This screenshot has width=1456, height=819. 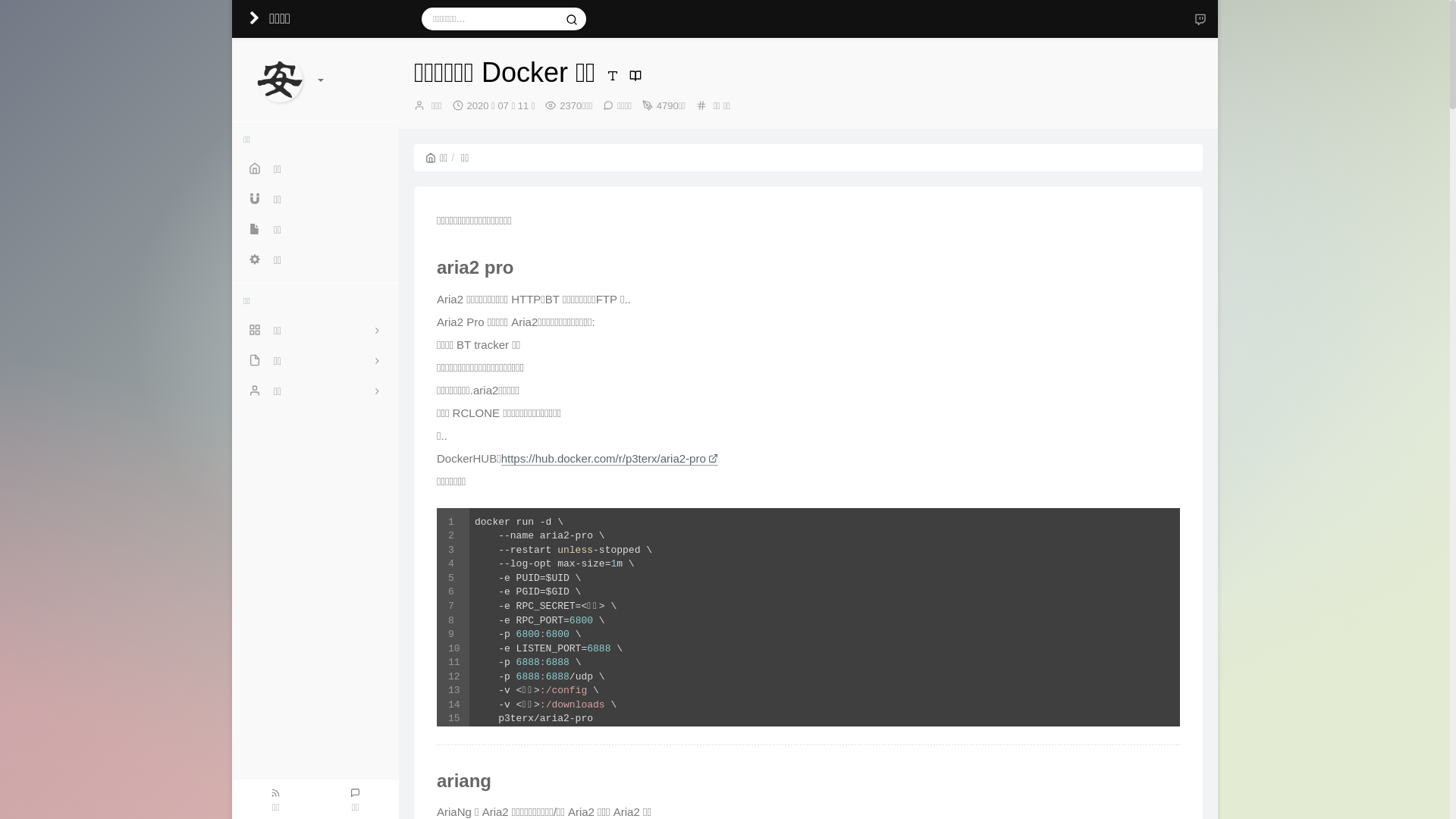 What do you see at coordinates (610, 458) in the screenshot?
I see `'https://hub.docker.com/r/p3terx/aria2-pro'` at bounding box center [610, 458].